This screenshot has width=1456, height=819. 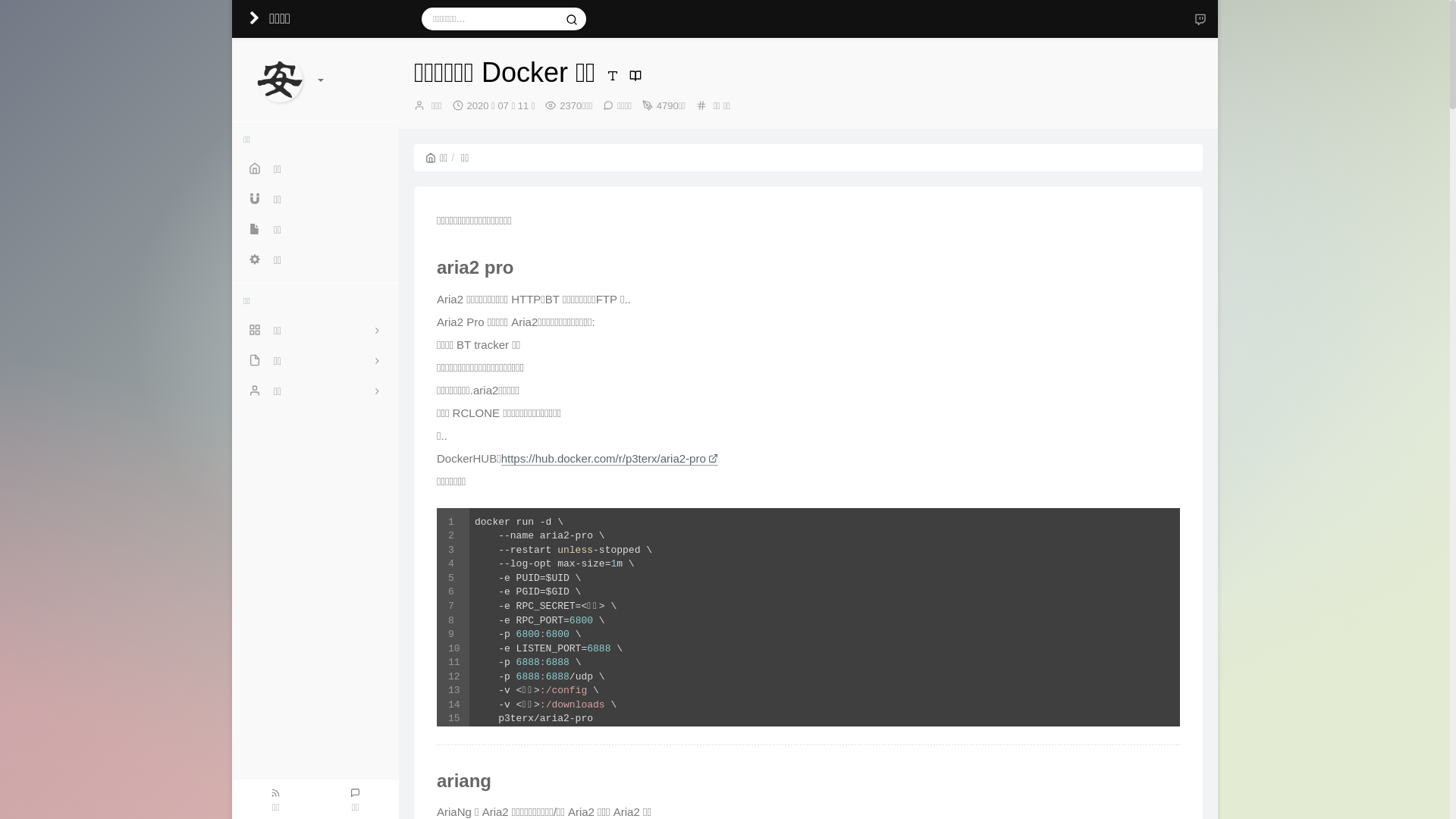 What do you see at coordinates (610, 458) in the screenshot?
I see `'https://hub.docker.com/r/p3terx/aria2-pro'` at bounding box center [610, 458].